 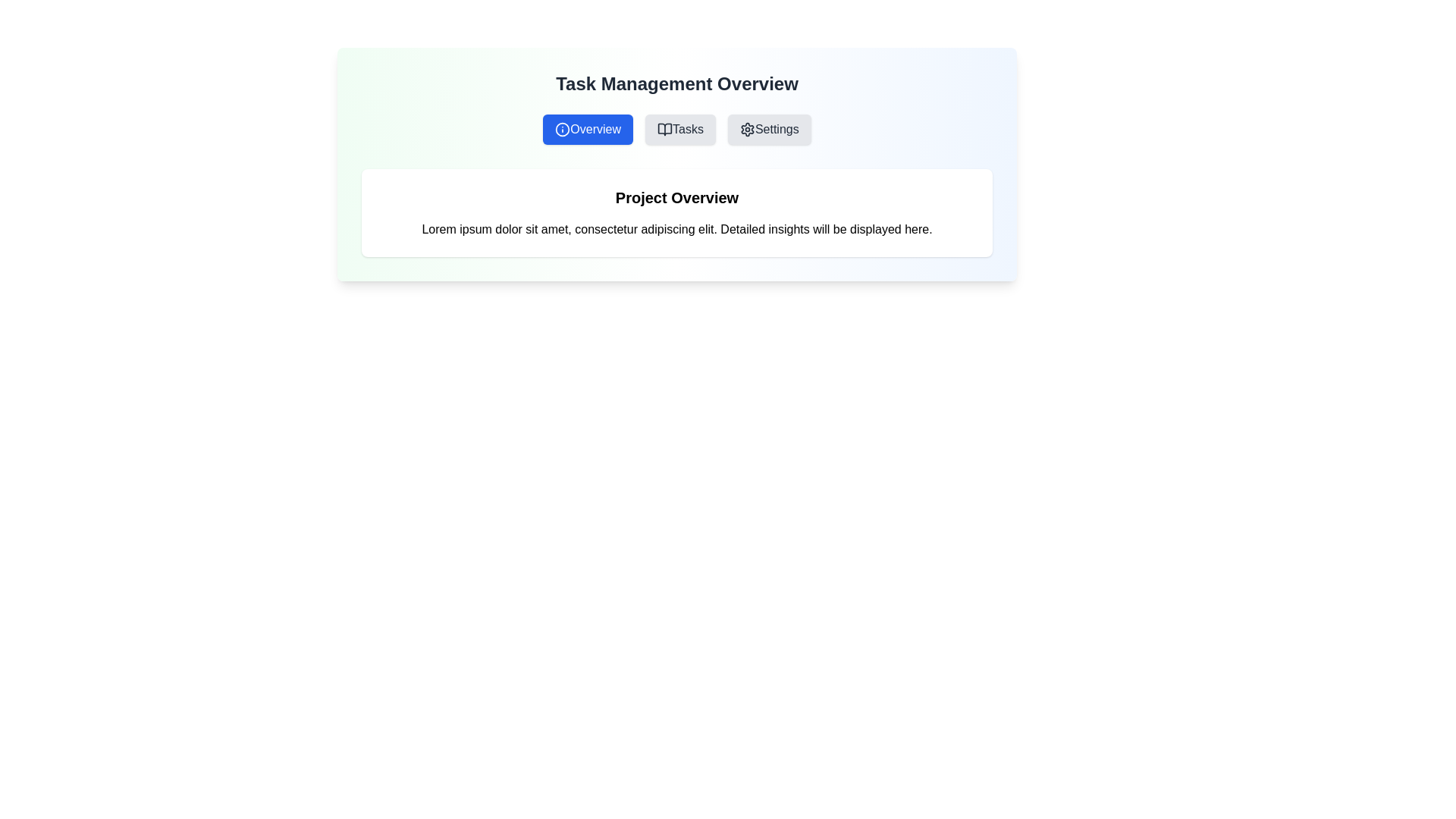 I want to click on the 'Tasks' button, which is a rounded rectangular button with a light gray background and dark text, located centrally in the upper section of the interface between the 'Overview' and 'Settings' buttons, so click(x=679, y=128).